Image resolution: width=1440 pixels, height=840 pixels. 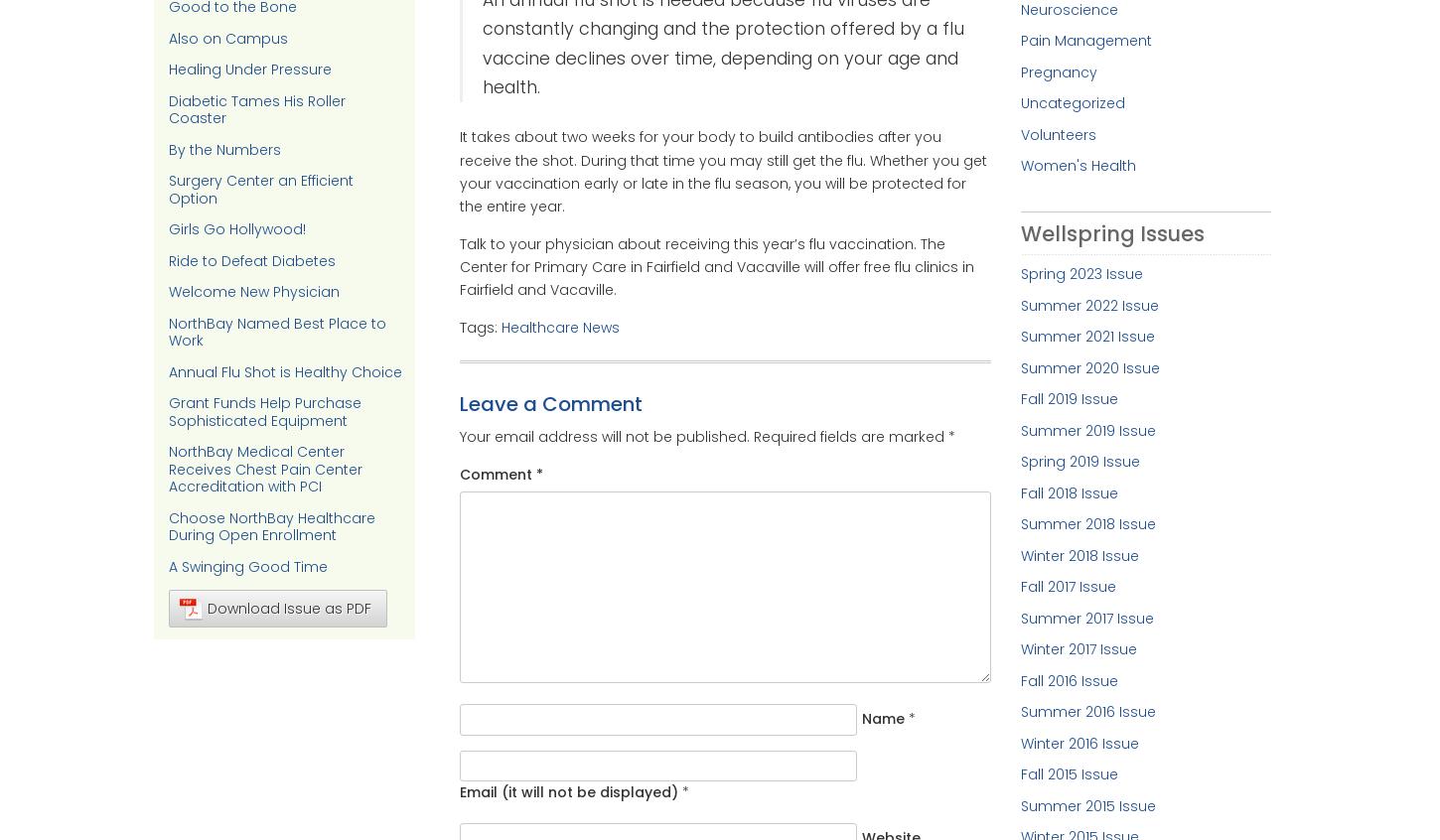 I want to click on 'Pregnancy', so click(x=1058, y=70).